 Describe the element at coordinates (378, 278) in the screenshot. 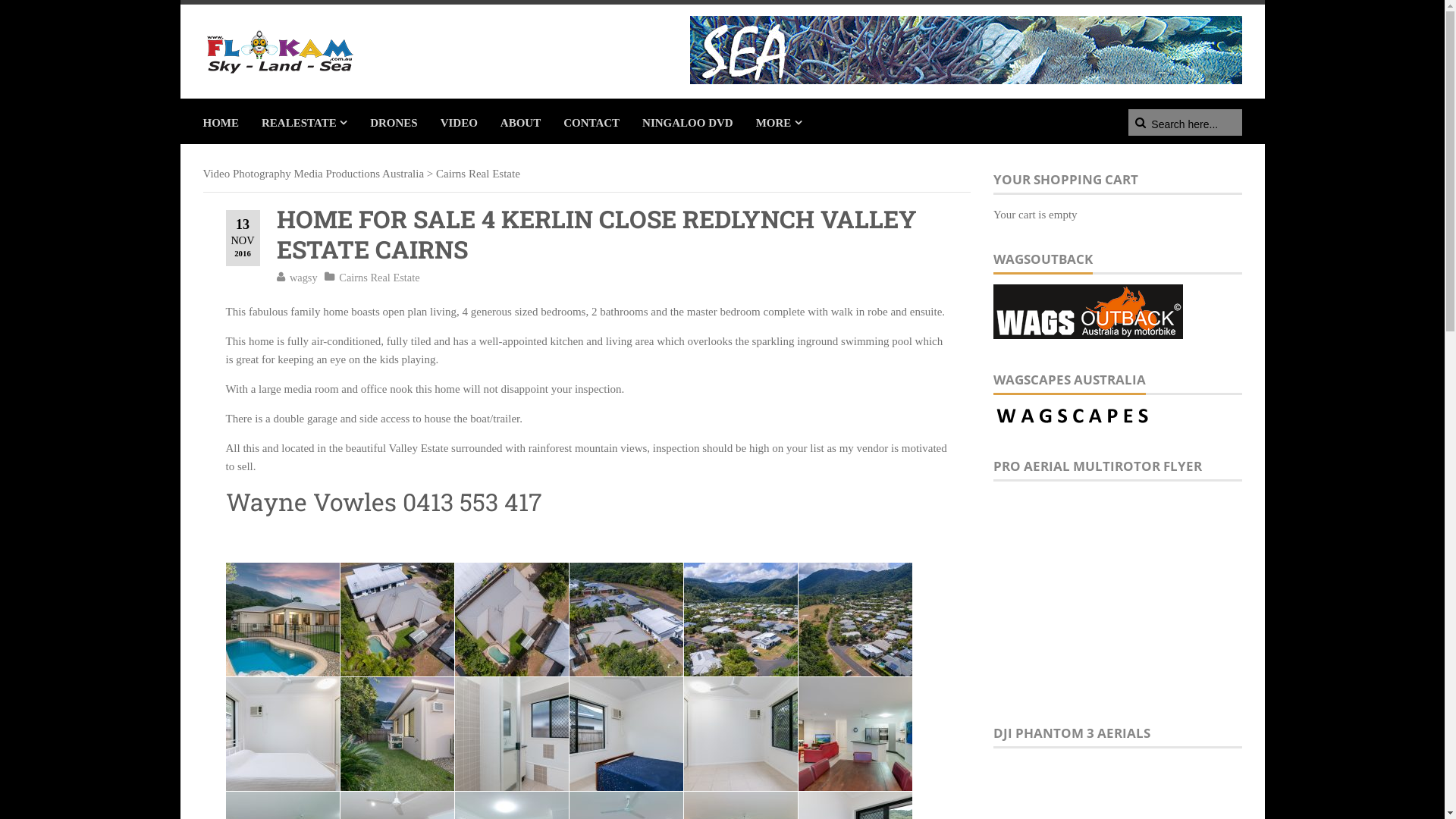

I see `'Cairns Real Estate'` at that location.